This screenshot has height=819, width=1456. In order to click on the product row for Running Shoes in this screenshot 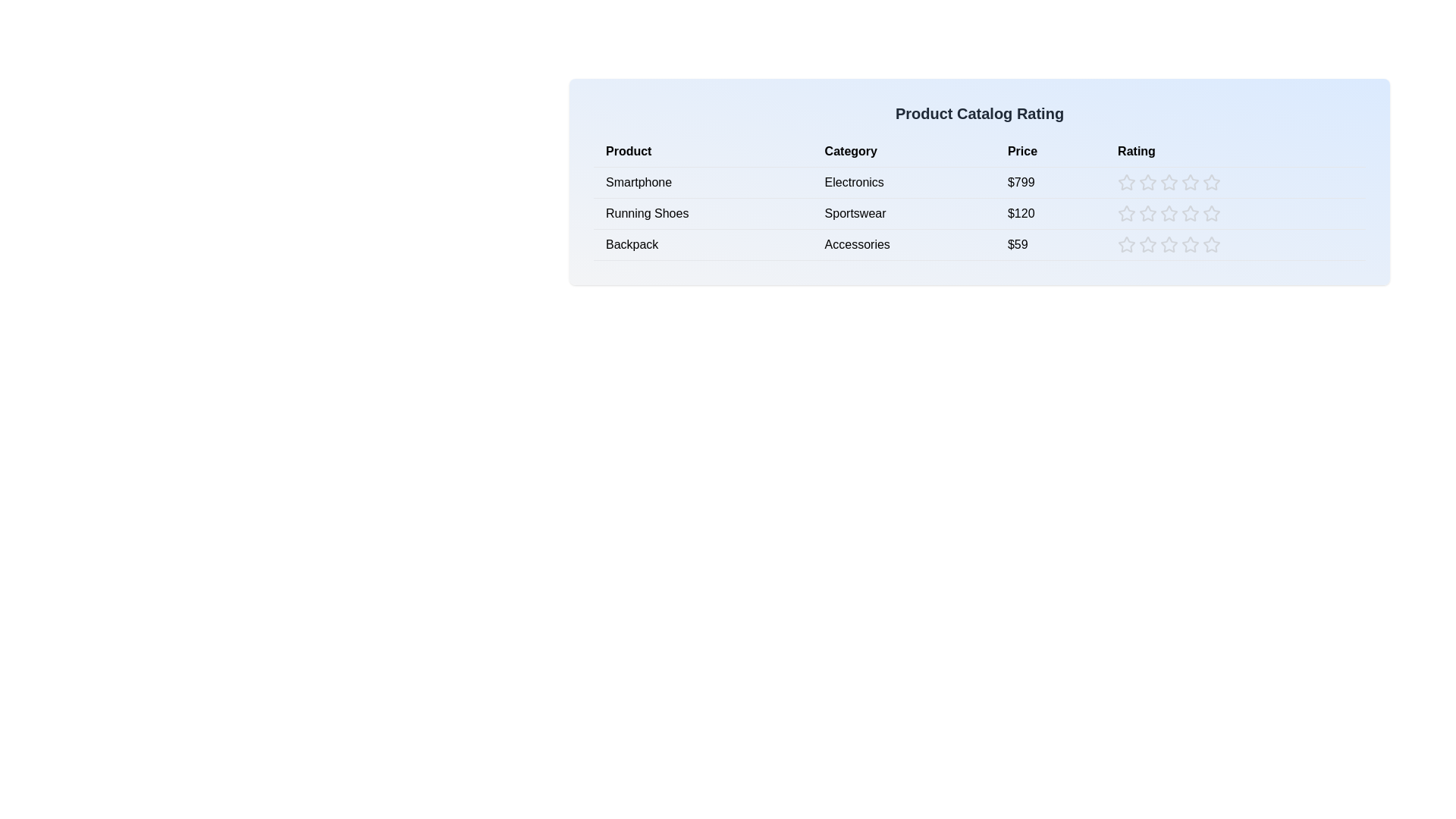, I will do `click(979, 213)`.